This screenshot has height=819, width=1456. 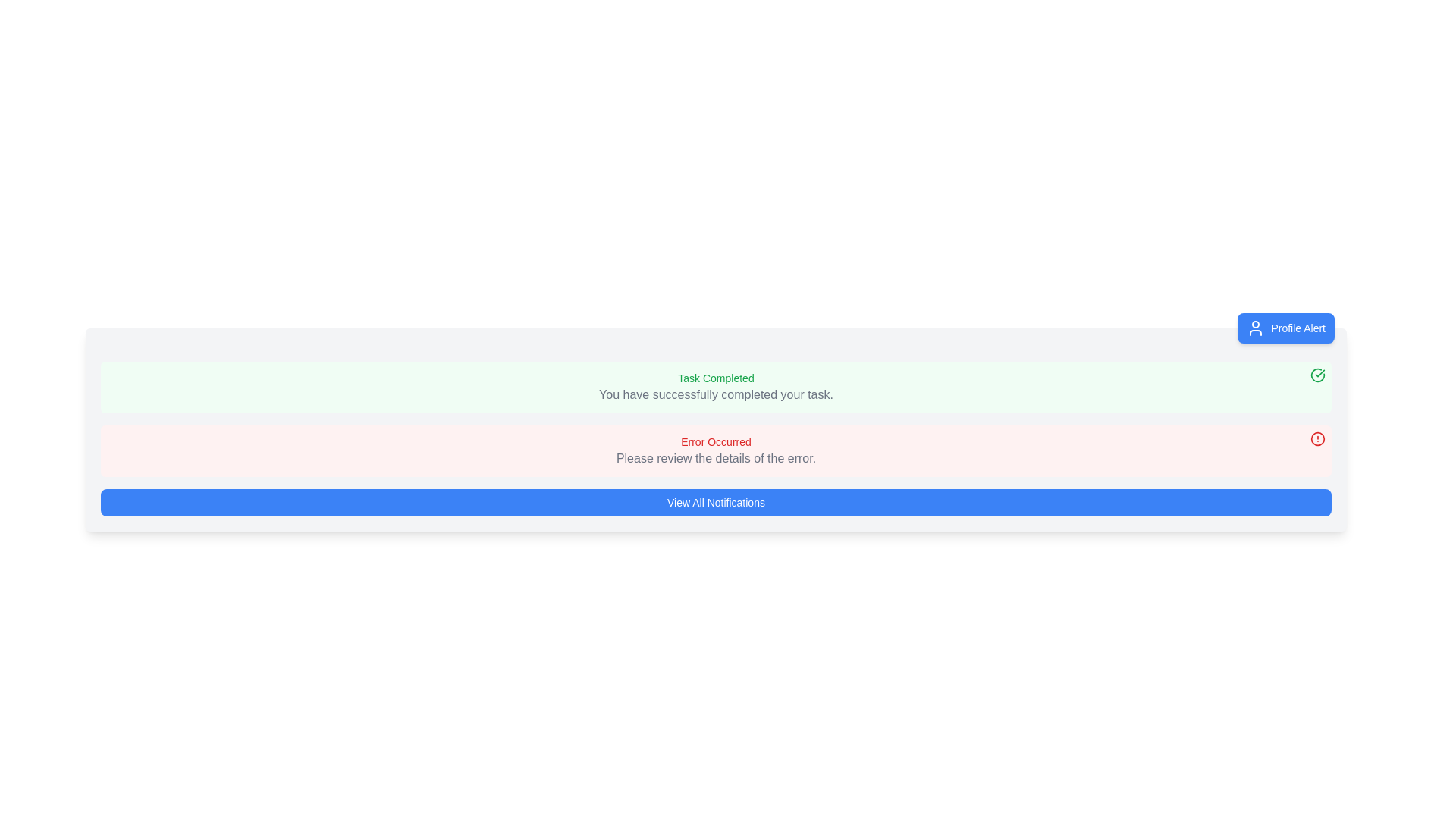 I want to click on the alert icon located at the top-right corner of the notification box indicating an error message, so click(x=1316, y=438).